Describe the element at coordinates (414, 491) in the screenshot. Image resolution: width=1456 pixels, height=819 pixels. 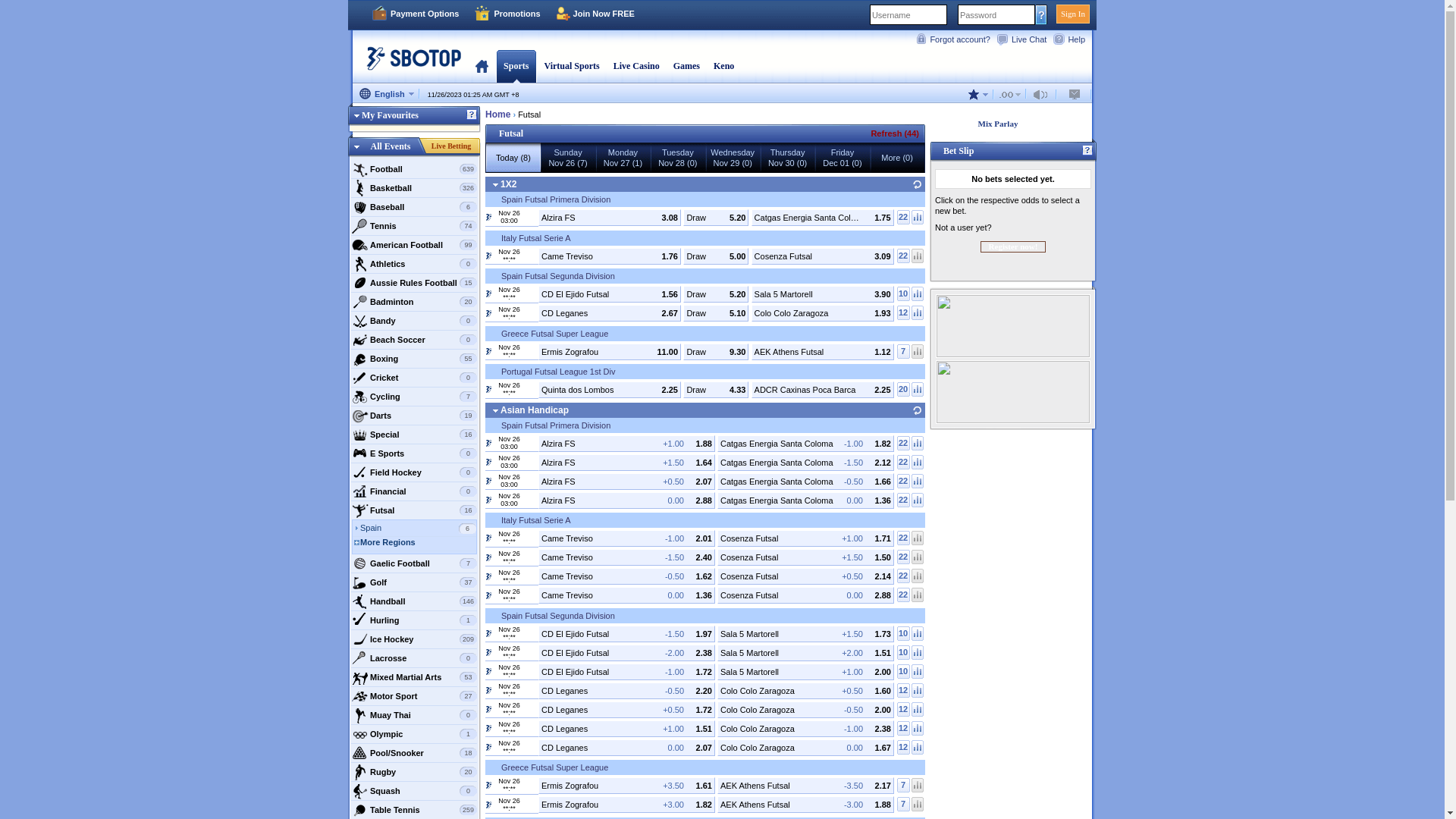
I see `'Financial` at that location.